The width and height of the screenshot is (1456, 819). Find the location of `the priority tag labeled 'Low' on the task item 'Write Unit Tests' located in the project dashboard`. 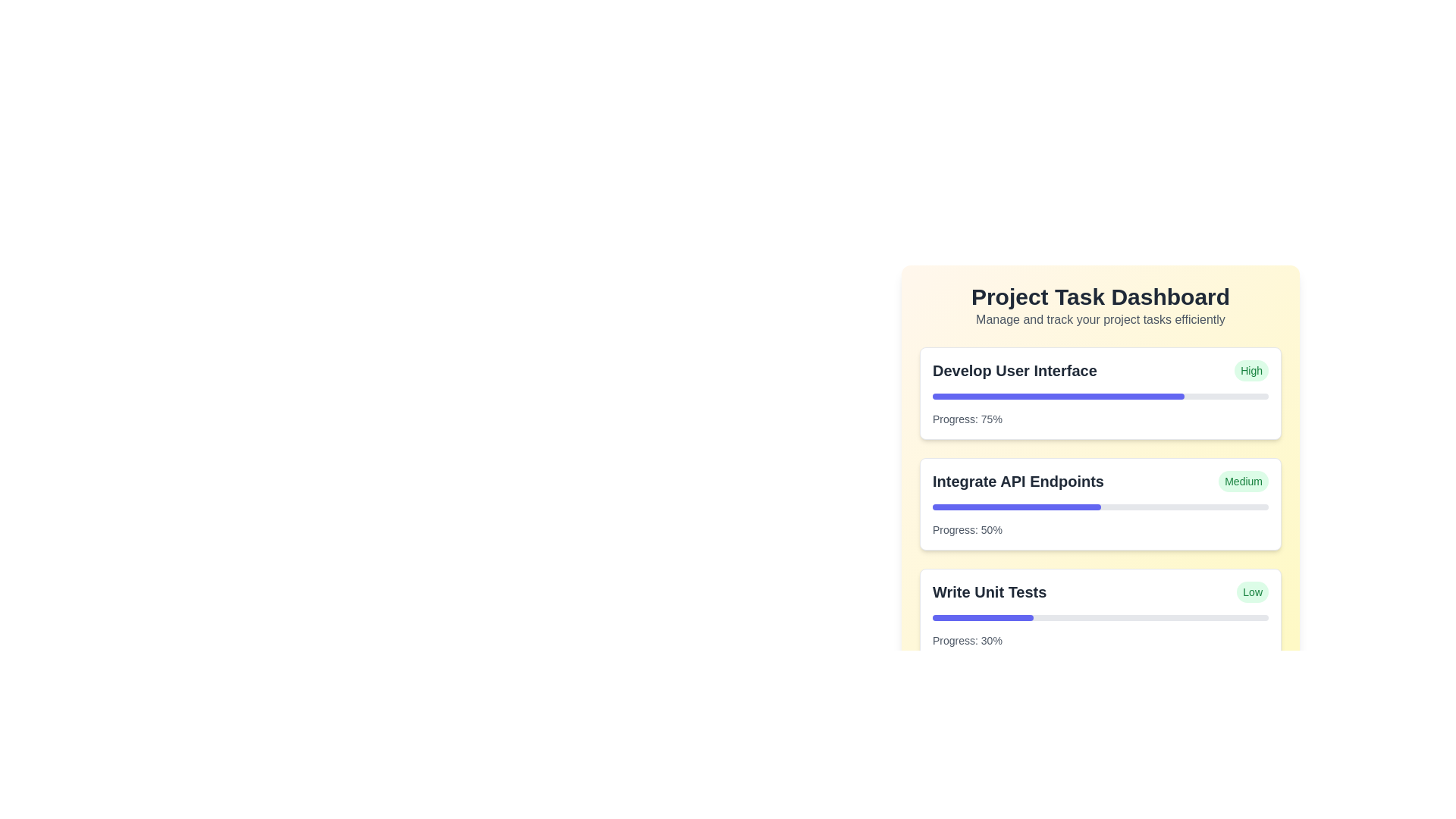

the priority tag labeled 'Low' on the task item 'Write Unit Tests' located in the project dashboard is located at coordinates (1100, 591).